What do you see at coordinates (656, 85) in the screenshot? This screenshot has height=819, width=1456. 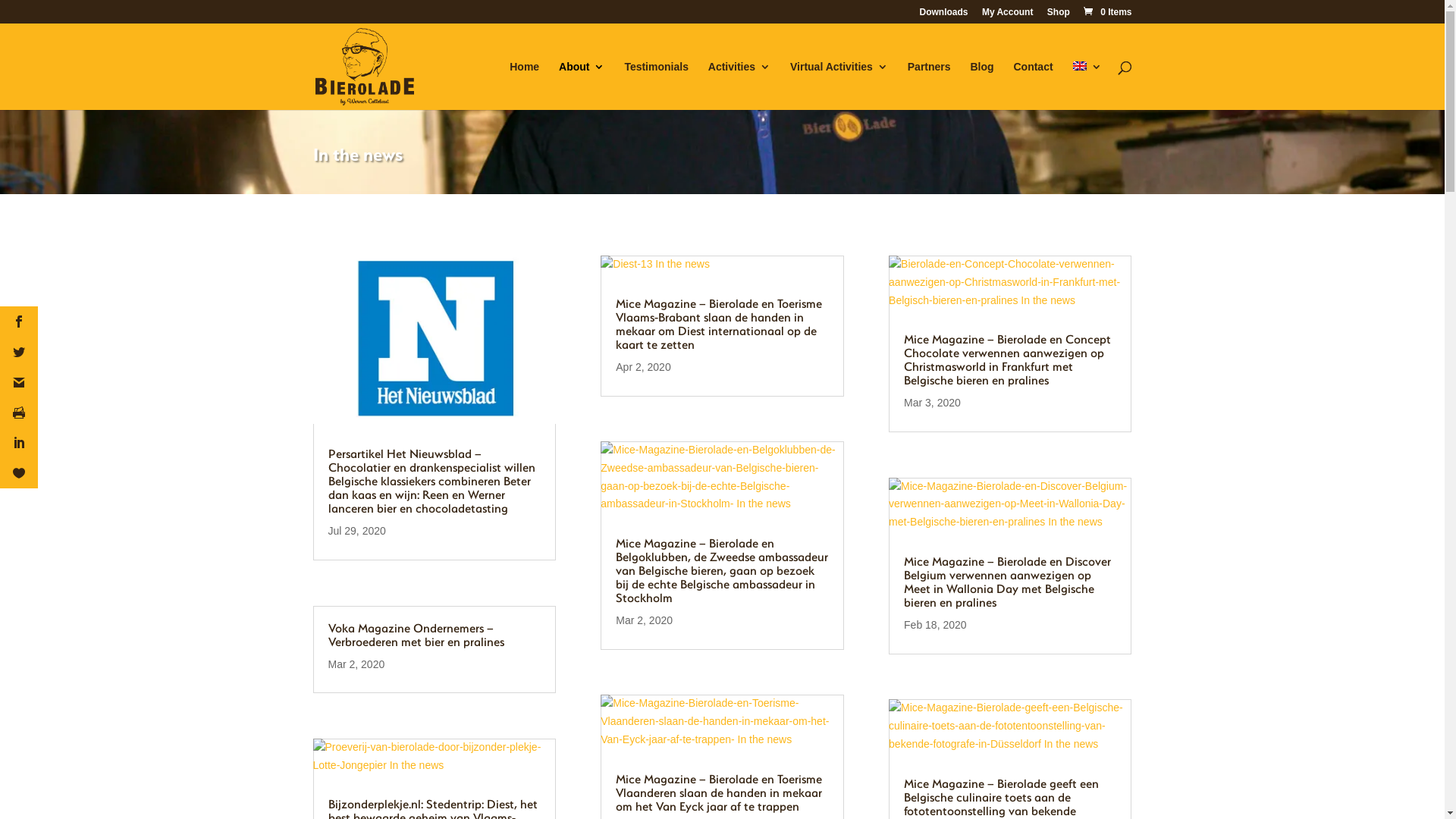 I see `'Testimonials'` at bounding box center [656, 85].